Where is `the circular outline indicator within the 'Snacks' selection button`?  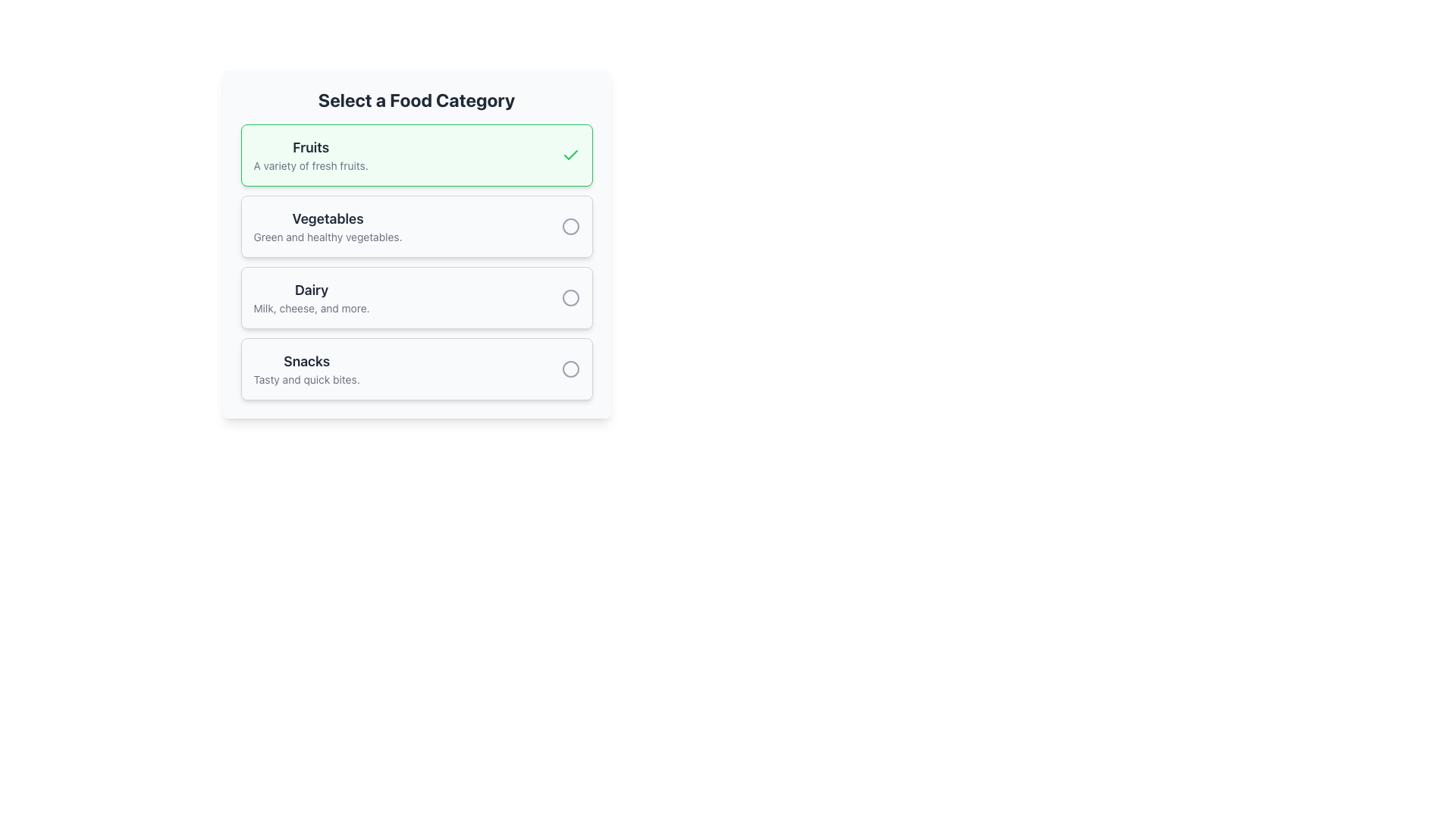 the circular outline indicator within the 'Snacks' selection button is located at coordinates (570, 369).